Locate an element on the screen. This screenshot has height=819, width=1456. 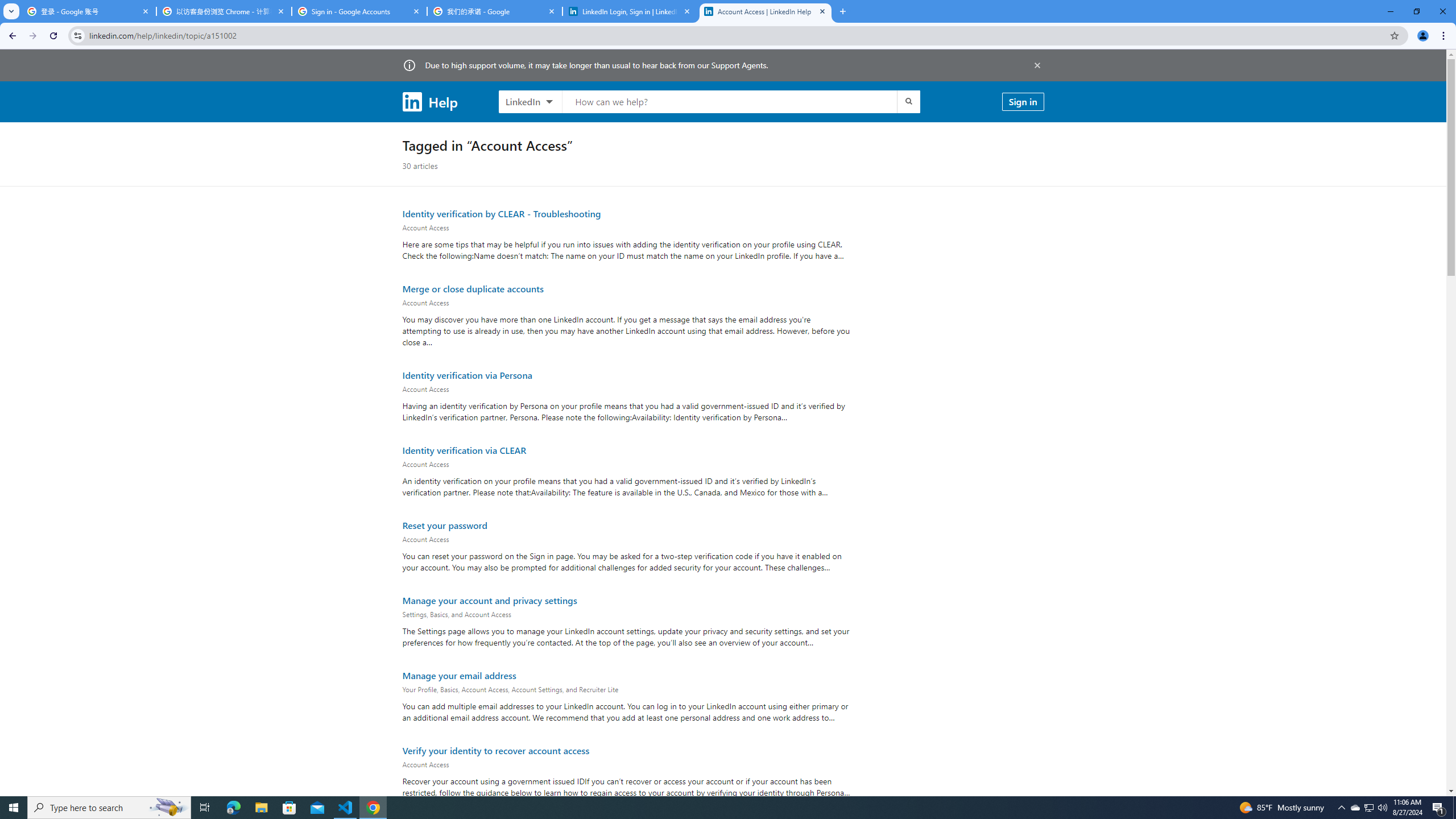
'LinkedIn products to search, LinkedIn selected' is located at coordinates (531, 101).